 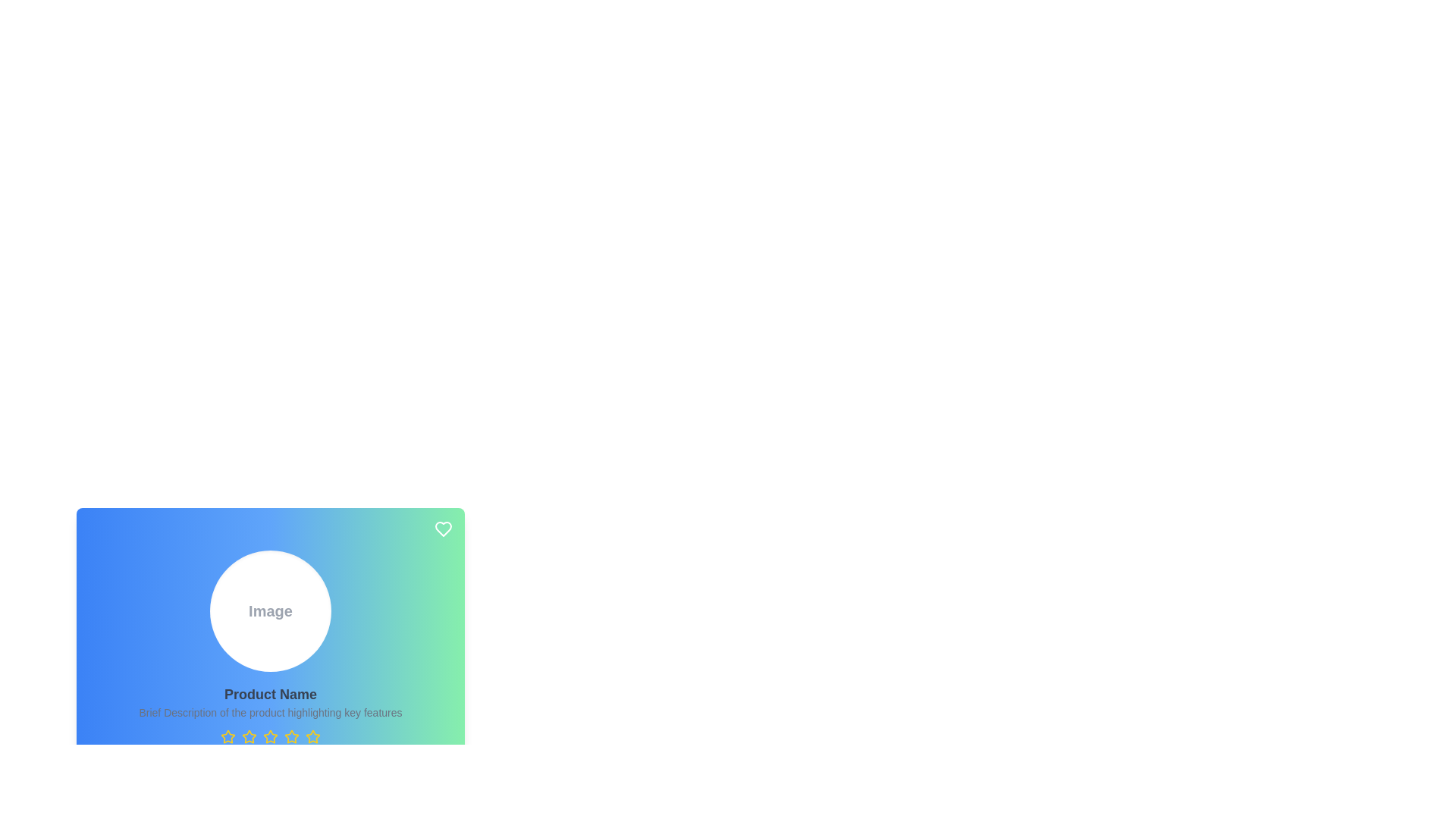 What do you see at coordinates (270, 736) in the screenshot?
I see `the fifth rating star icon` at bounding box center [270, 736].